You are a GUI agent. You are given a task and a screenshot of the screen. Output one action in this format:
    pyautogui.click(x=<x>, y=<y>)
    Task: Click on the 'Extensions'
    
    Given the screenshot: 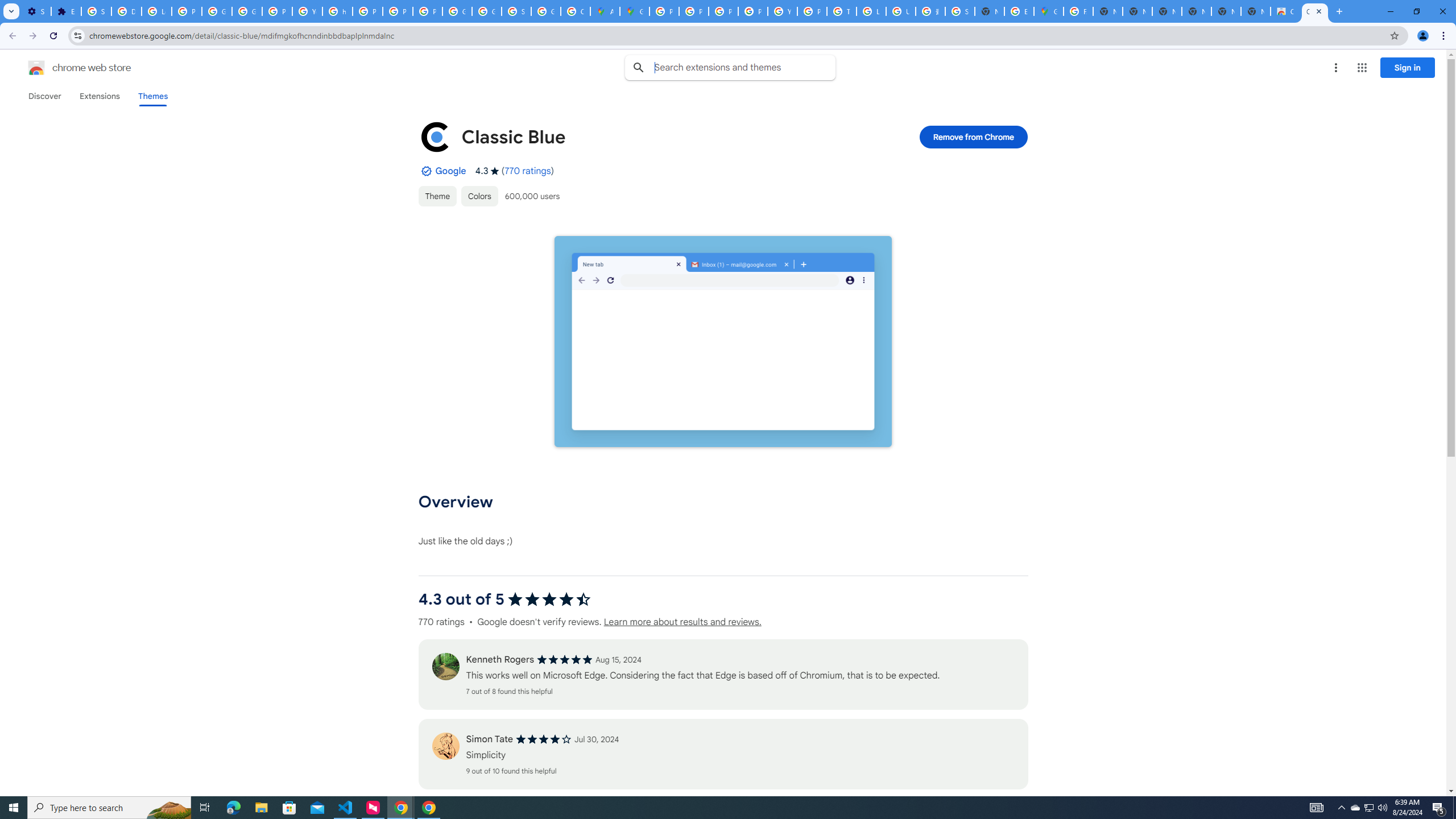 What is the action you would take?
    pyautogui.click(x=100, y=96)
    